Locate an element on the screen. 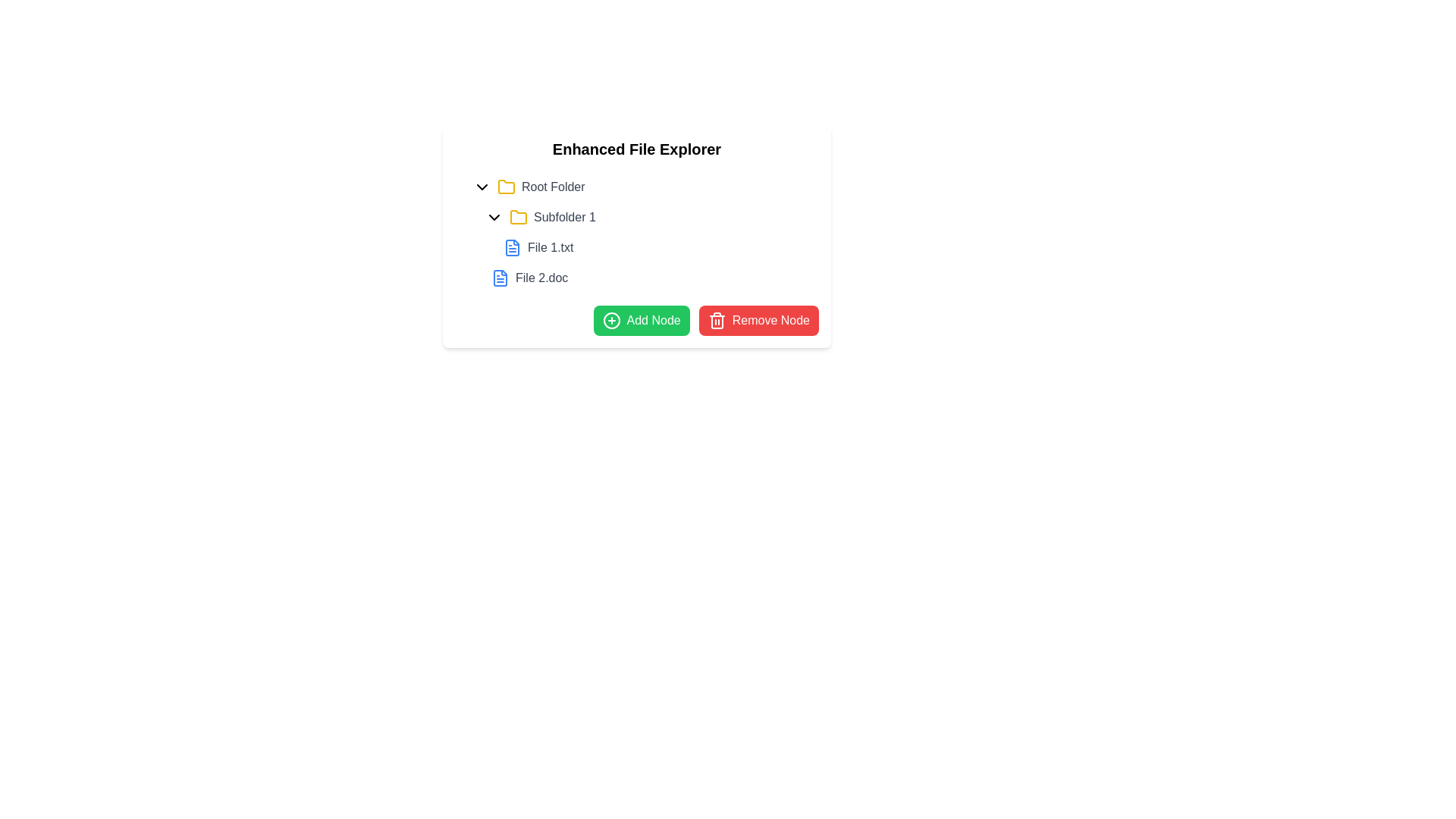 The image size is (1456, 819). the text label reading 'Subfolder 1', which is styled in gray and adjacent to a yellow folder icon in a file explorer interface is located at coordinates (563, 217).